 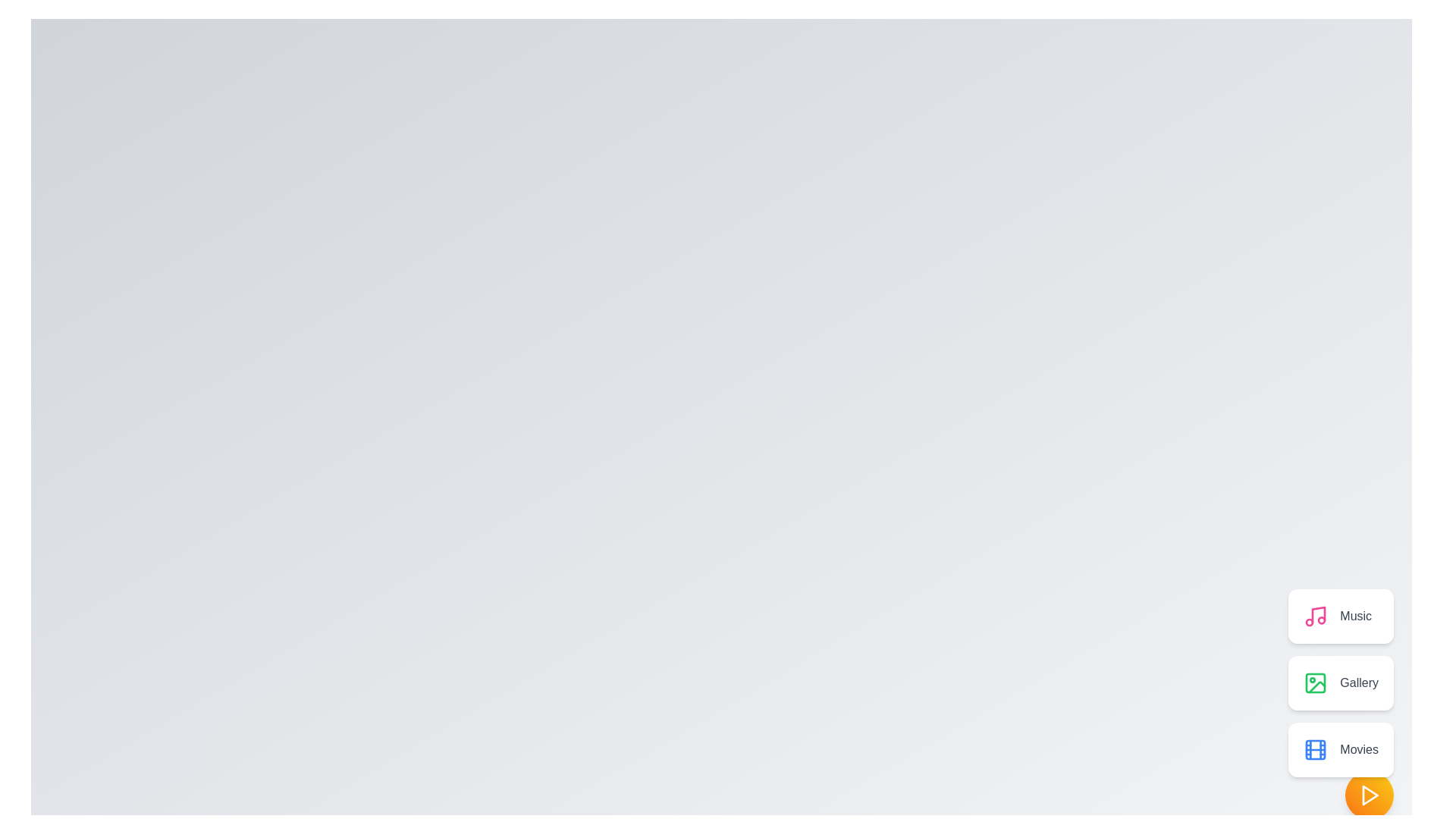 I want to click on the 'Music' button in the menu, so click(x=1340, y=617).